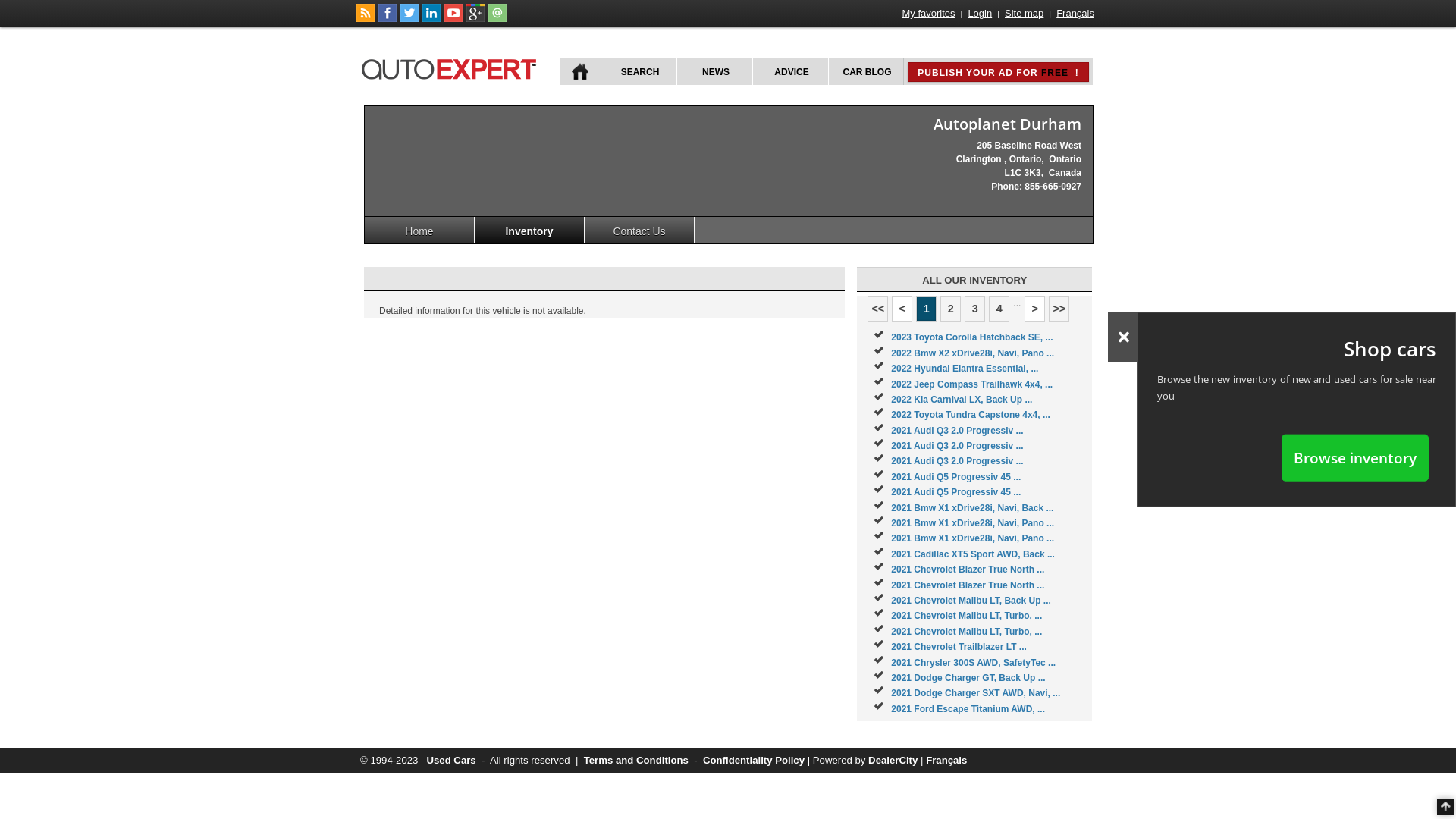 The height and width of the screenshot is (819, 1456). What do you see at coordinates (902, 308) in the screenshot?
I see `'<'` at bounding box center [902, 308].